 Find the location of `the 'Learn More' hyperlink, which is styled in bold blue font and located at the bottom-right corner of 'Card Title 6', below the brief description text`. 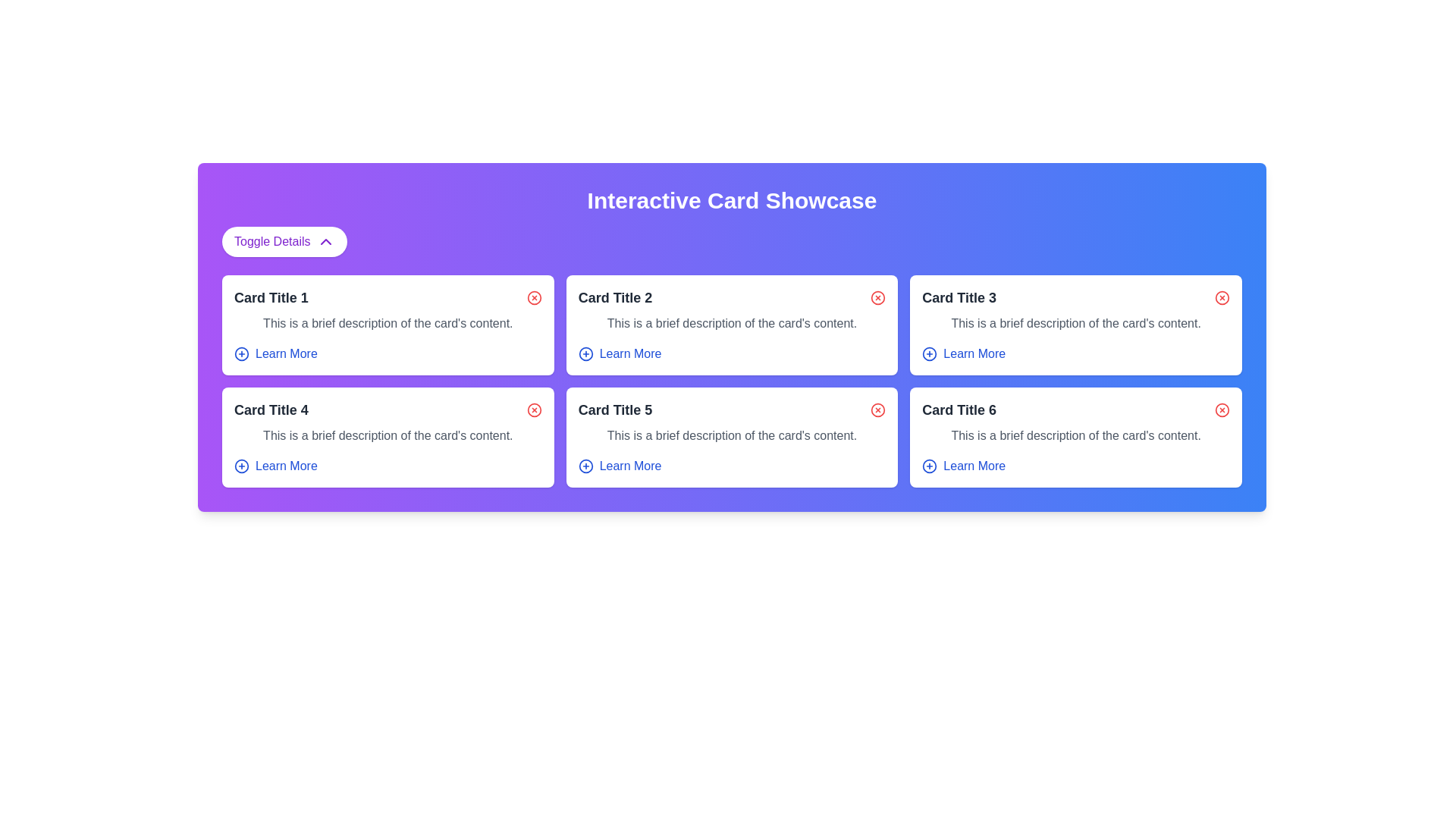

the 'Learn More' hyperlink, which is styled in bold blue font and located at the bottom-right corner of 'Card Title 6', below the brief description text is located at coordinates (963, 465).